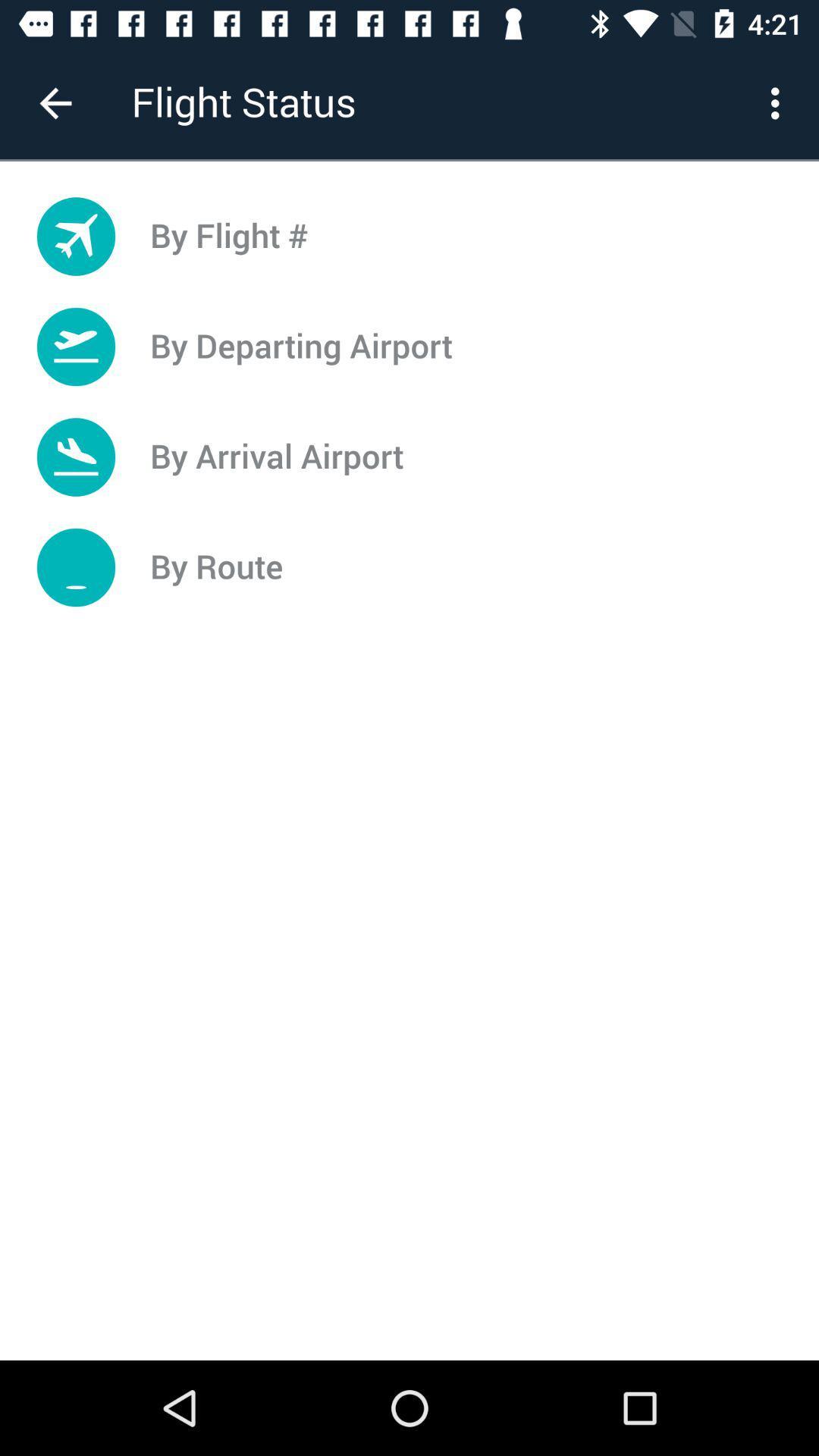 Image resolution: width=819 pixels, height=1456 pixels. What do you see at coordinates (76, 566) in the screenshot?
I see `the symbol which is beside by route` at bounding box center [76, 566].